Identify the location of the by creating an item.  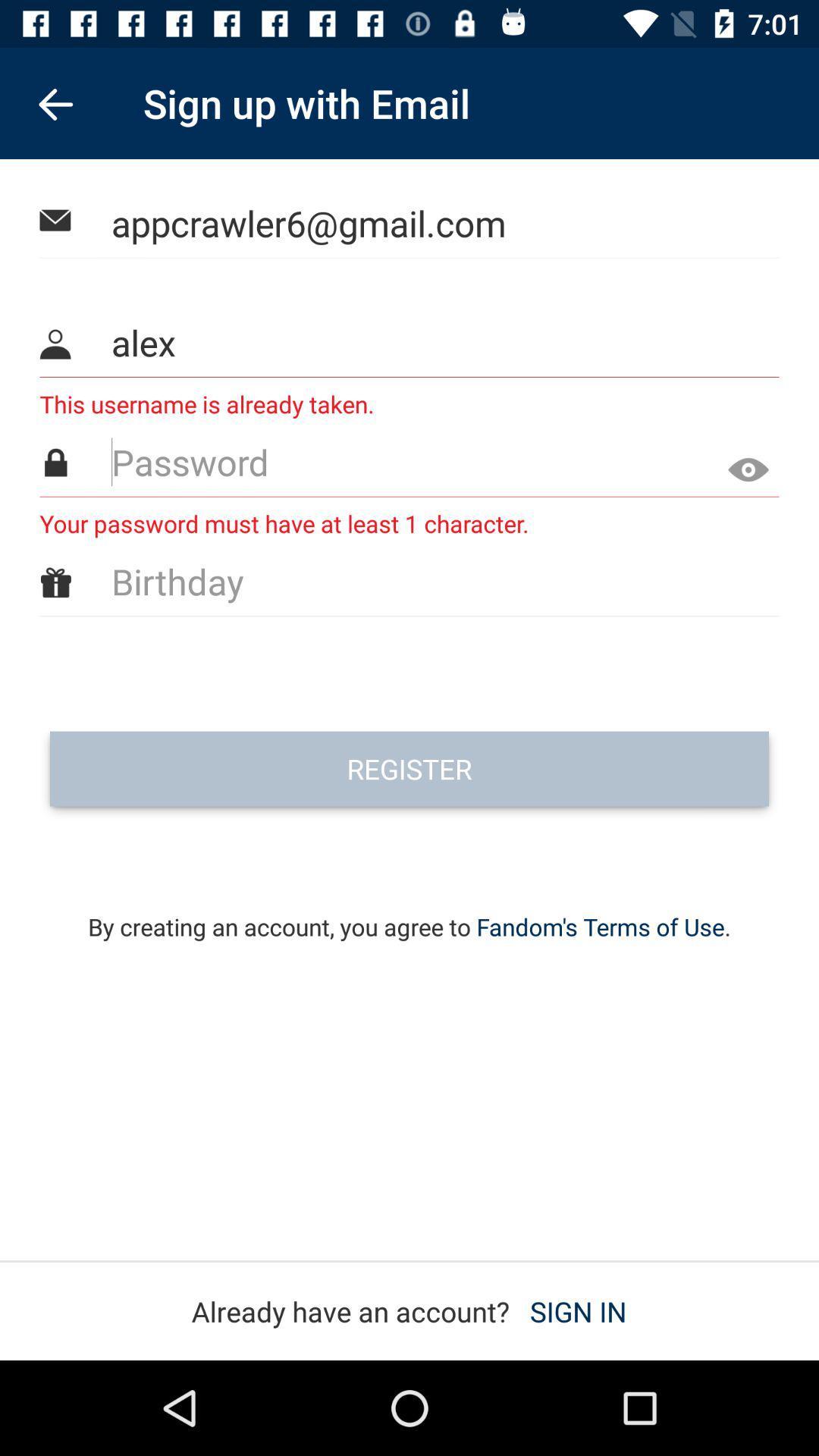
(409, 906).